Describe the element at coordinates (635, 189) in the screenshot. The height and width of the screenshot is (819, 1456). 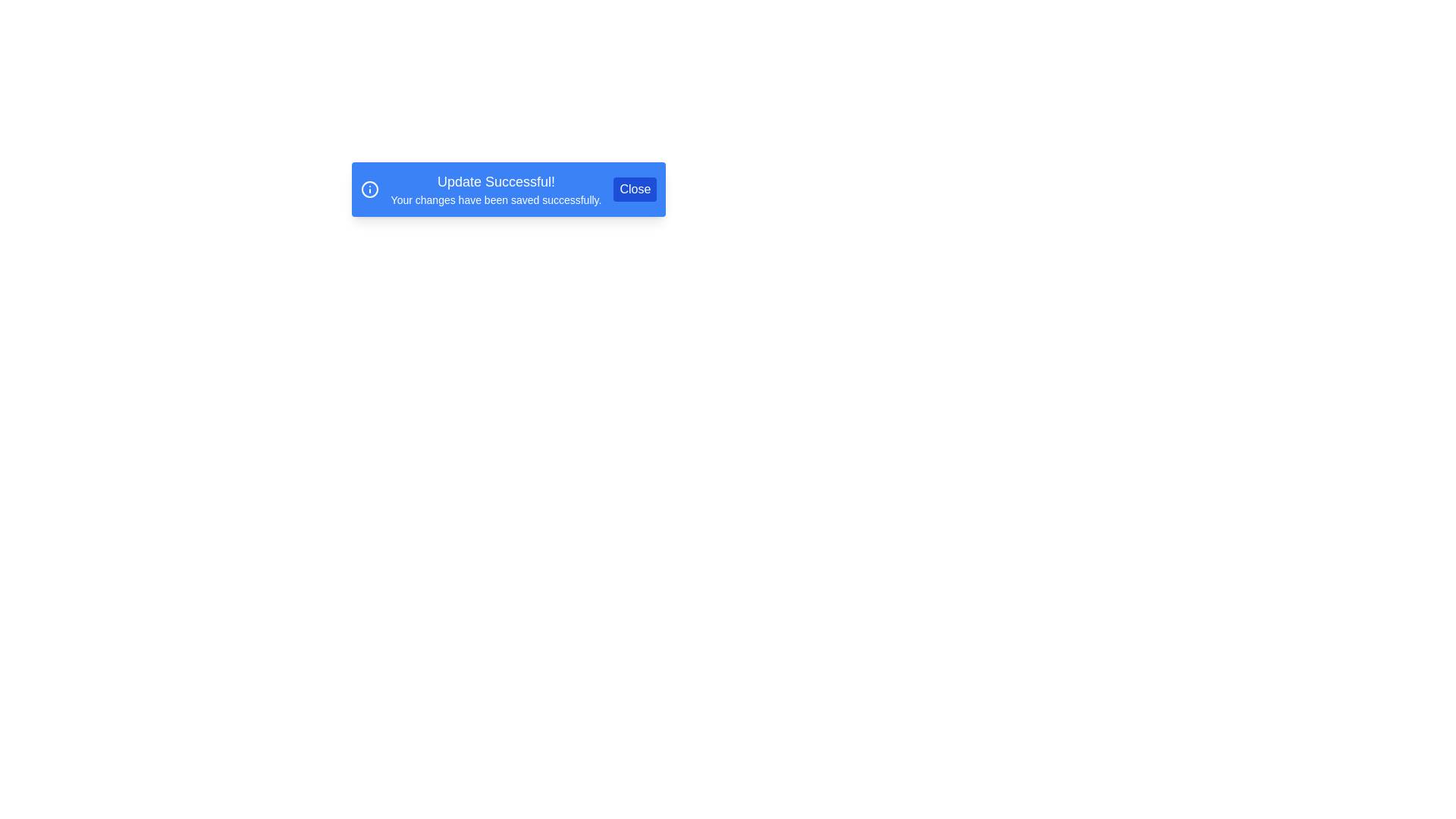
I see `the 'Close' button to observe hover effects` at that location.